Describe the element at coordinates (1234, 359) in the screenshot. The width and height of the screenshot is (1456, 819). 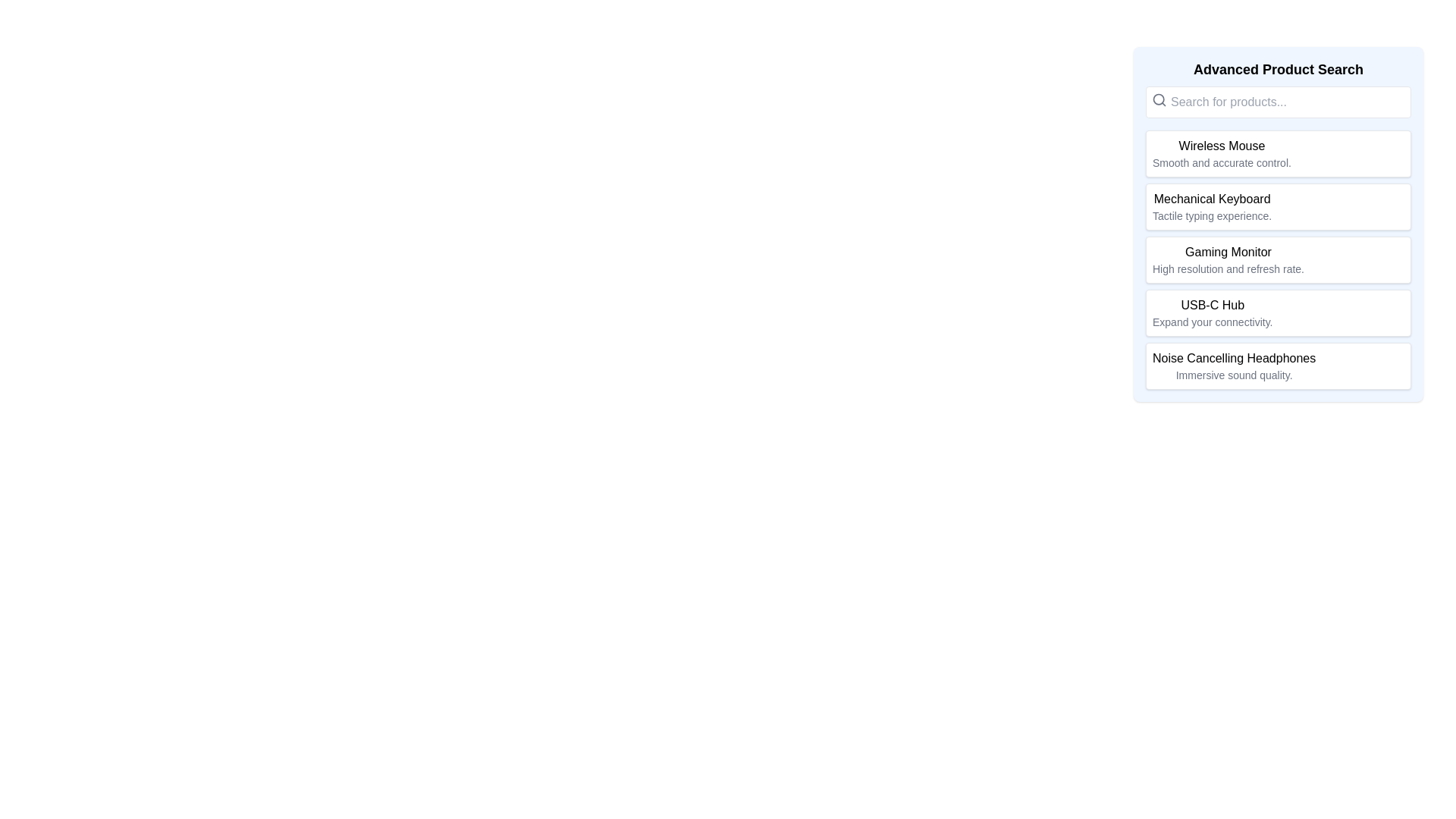
I see `text label 'Noise Cancelling Headphones' which is styled in a medium-weight font and acts as the heading for its associated content, positioned at the bottom of a vertically arranged list of product options` at that location.